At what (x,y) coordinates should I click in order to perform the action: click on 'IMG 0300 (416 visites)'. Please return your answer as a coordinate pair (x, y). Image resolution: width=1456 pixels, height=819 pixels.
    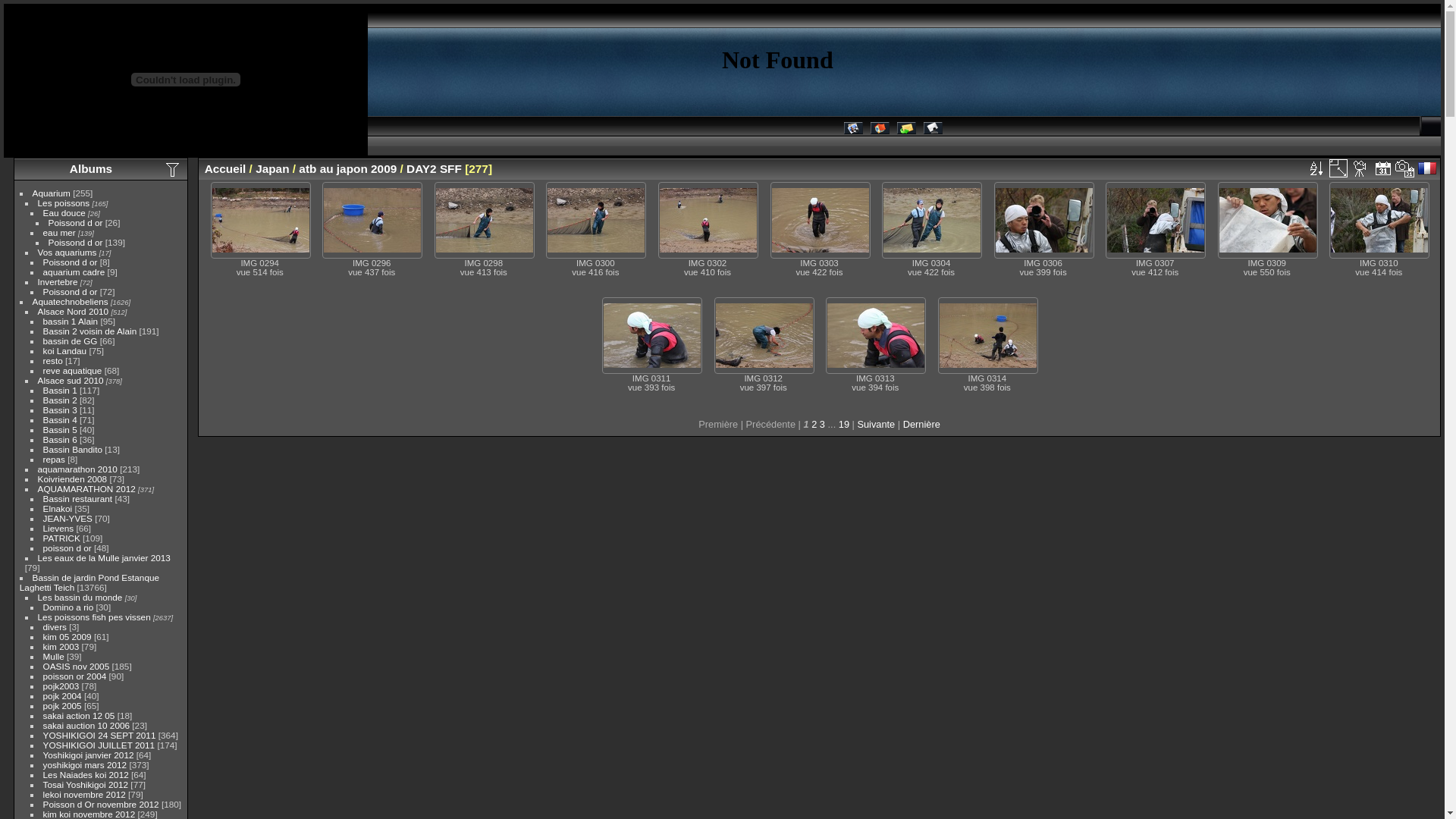
    Looking at the image, I should click on (595, 220).